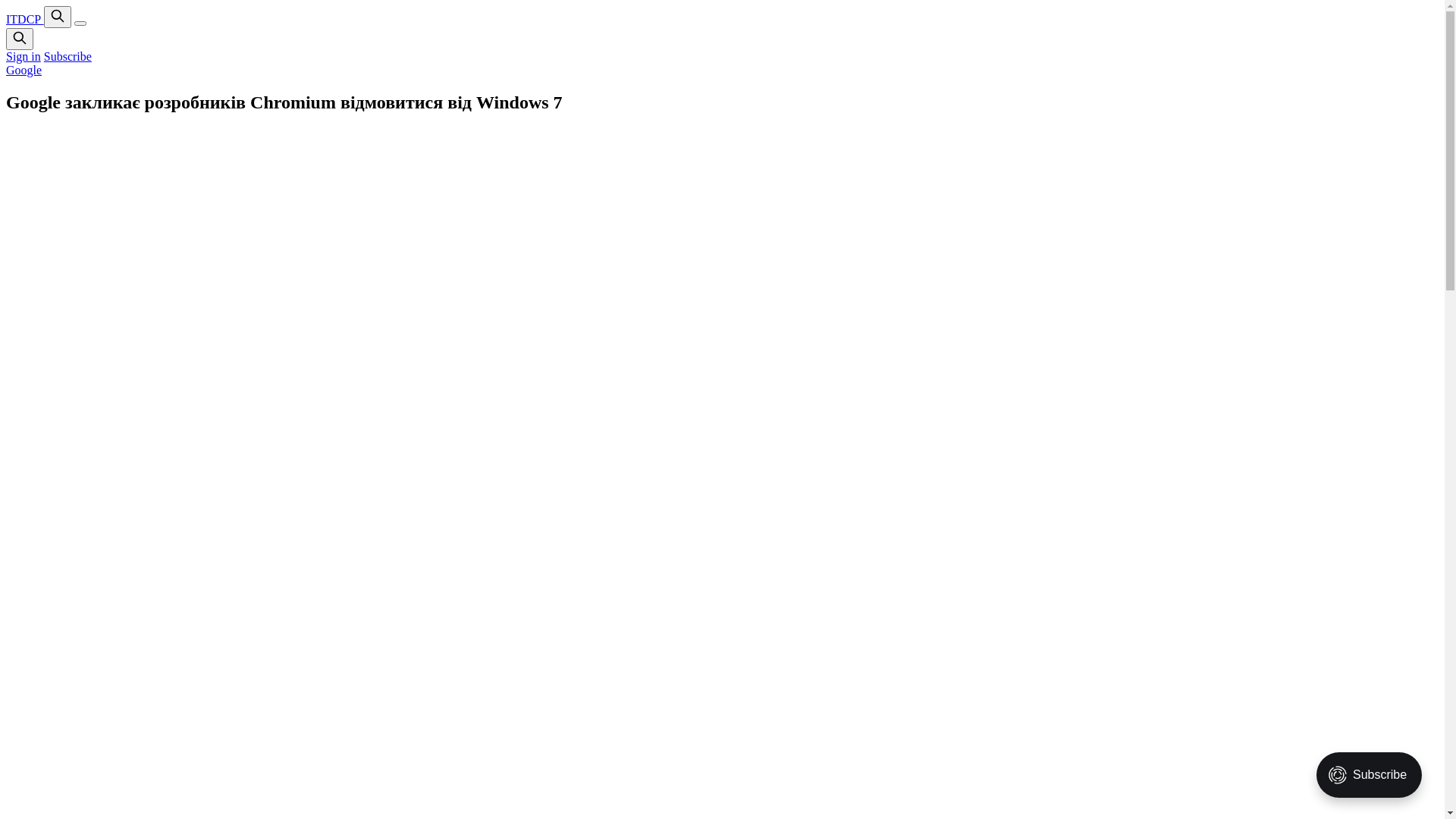 The width and height of the screenshot is (1456, 819). Describe the element at coordinates (24, 70) in the screenshot. I see `'Google'` at that location.